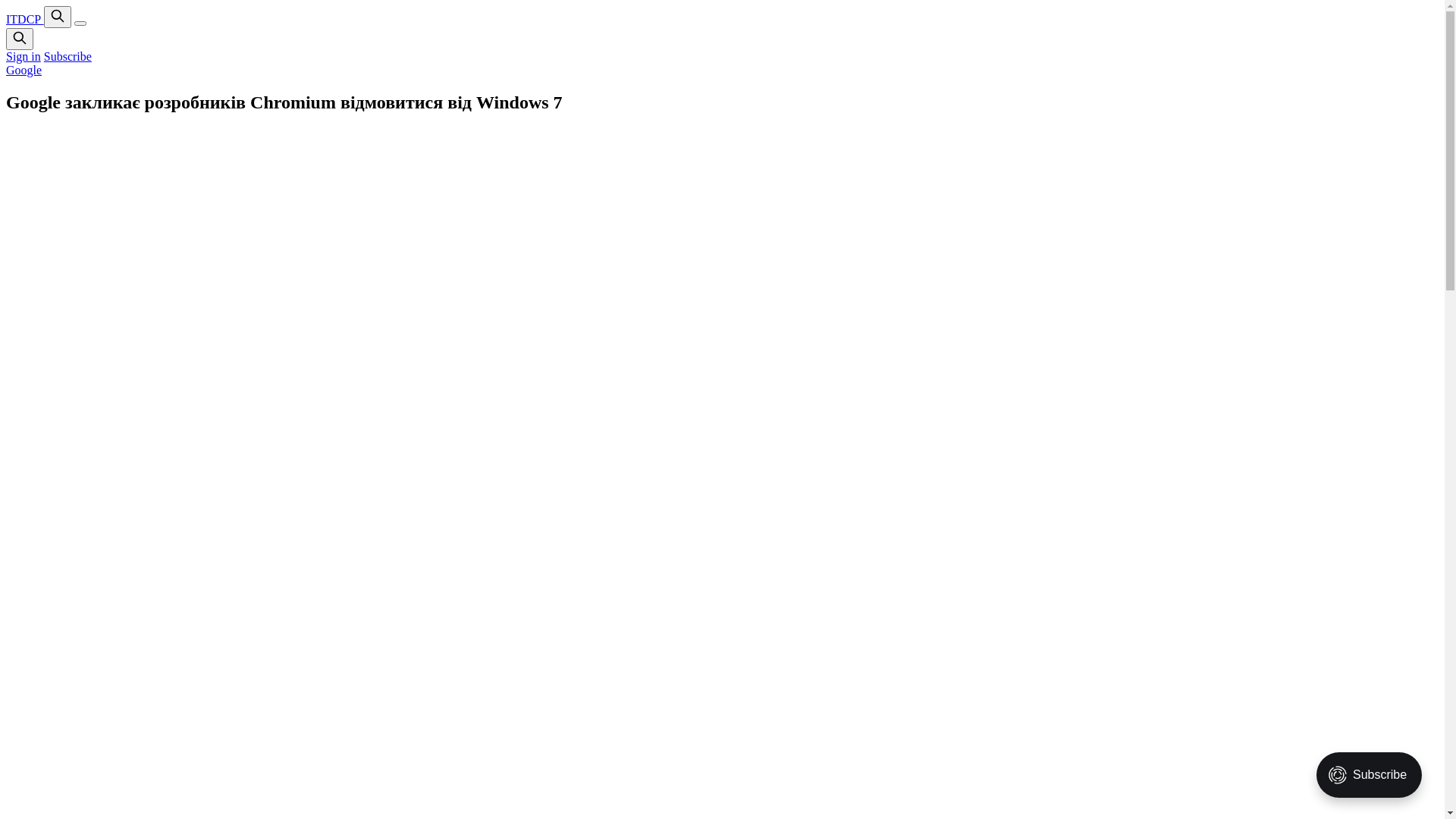 The width and height of the screenshot is (1456, 819). Describe the element at coordinates (24, 70) in the screenshot. I see `'Google'` at that location.